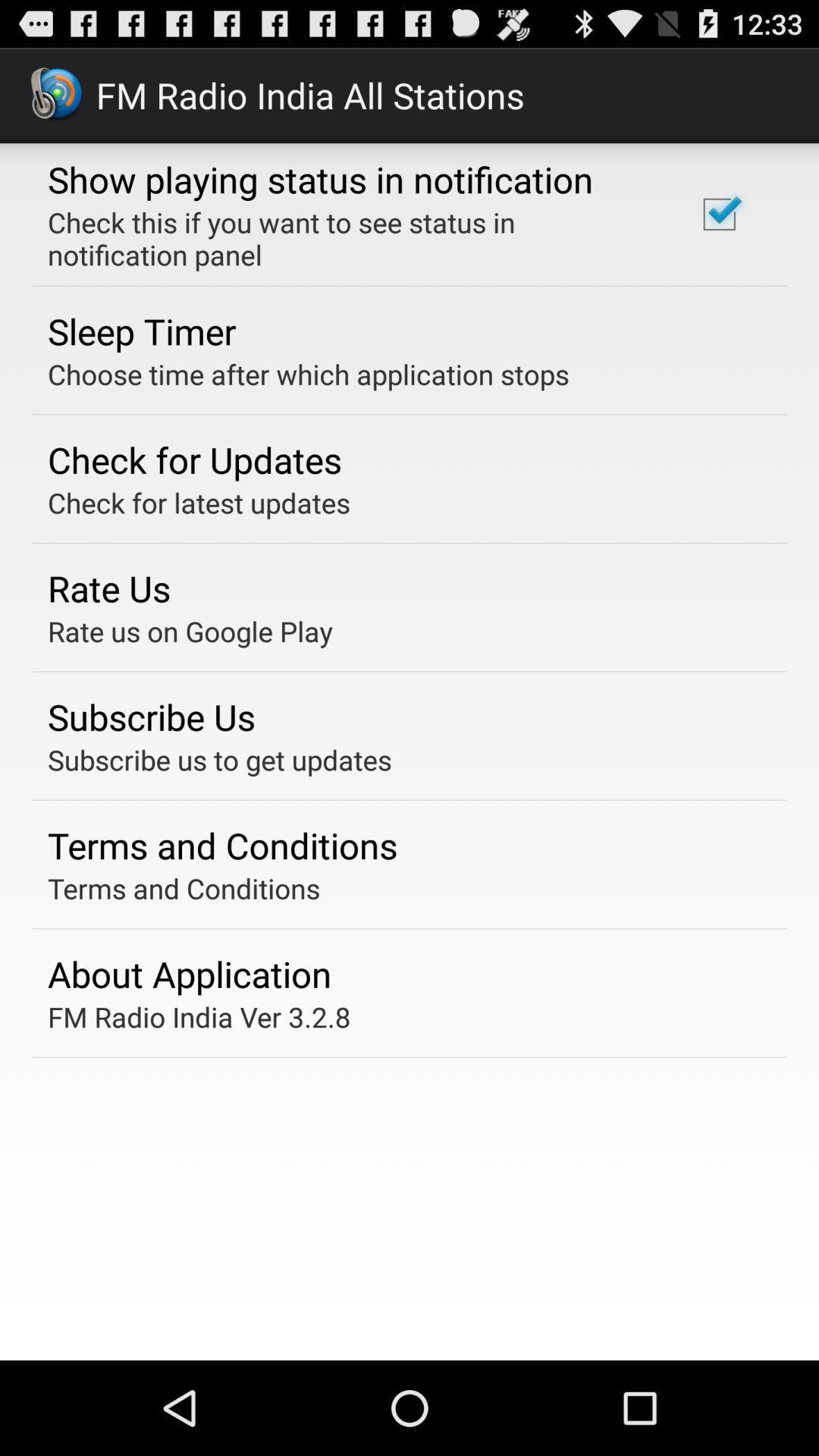 This screenshot has width=819, height=1456. I want to click on the about application, so click(189, 974).